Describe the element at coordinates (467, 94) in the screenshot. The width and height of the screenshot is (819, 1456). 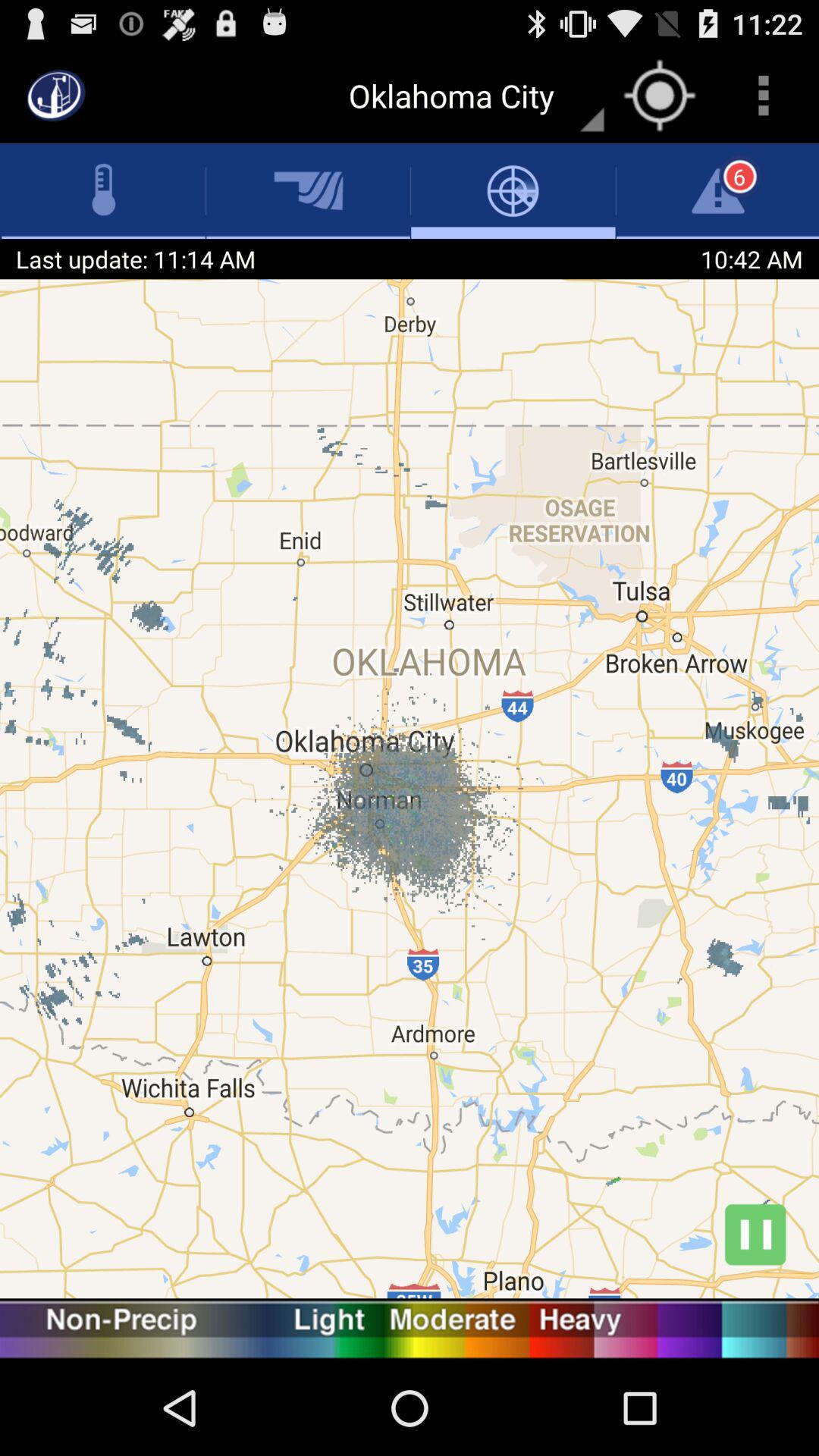
I see `oklahoma city in the menu bar` at that location.